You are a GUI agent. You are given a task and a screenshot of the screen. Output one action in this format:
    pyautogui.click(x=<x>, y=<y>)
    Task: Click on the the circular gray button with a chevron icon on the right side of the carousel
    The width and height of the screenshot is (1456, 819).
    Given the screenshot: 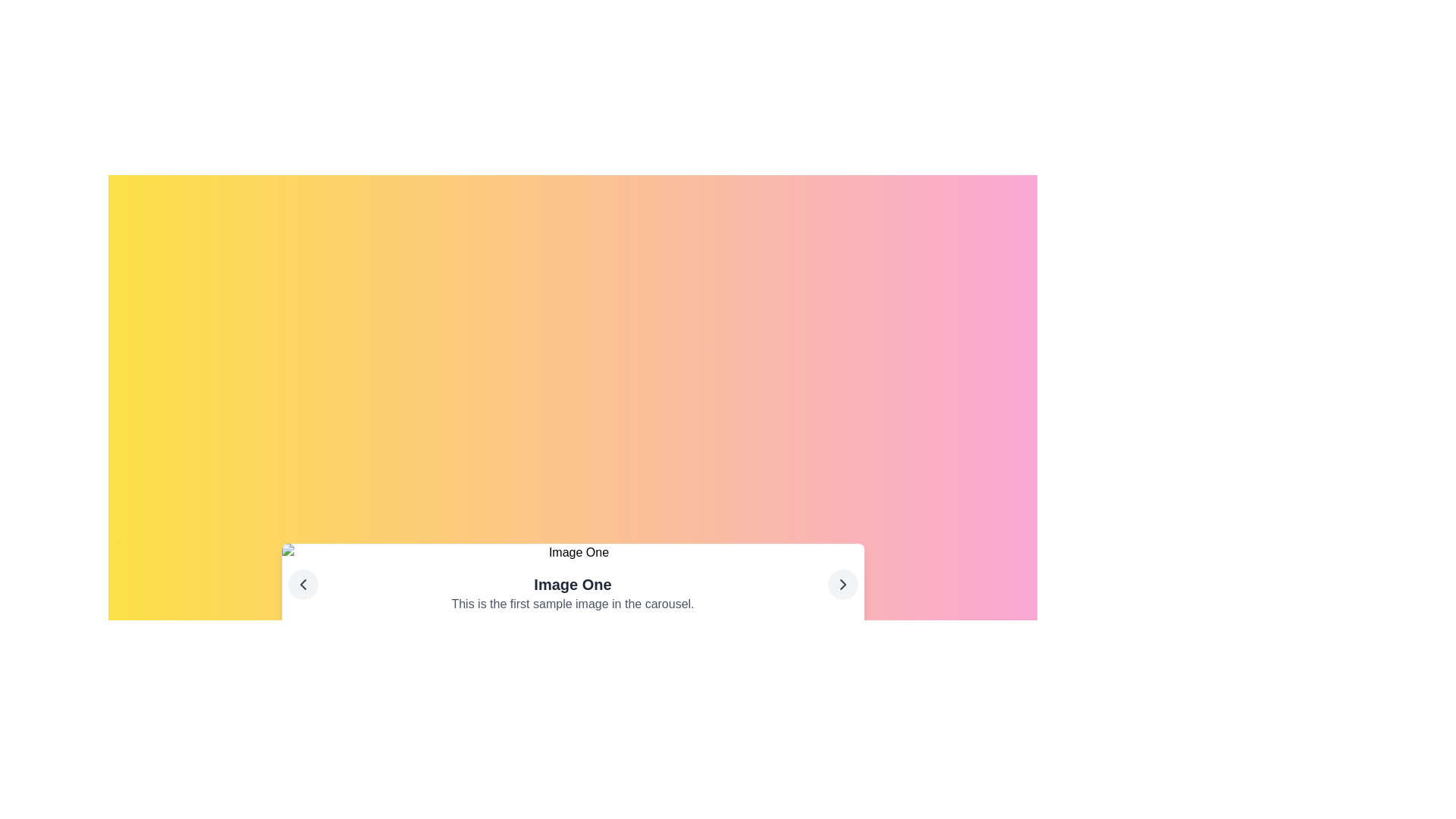 What is the action you would take?
    pyautogui.click(x=842, y=584)
    